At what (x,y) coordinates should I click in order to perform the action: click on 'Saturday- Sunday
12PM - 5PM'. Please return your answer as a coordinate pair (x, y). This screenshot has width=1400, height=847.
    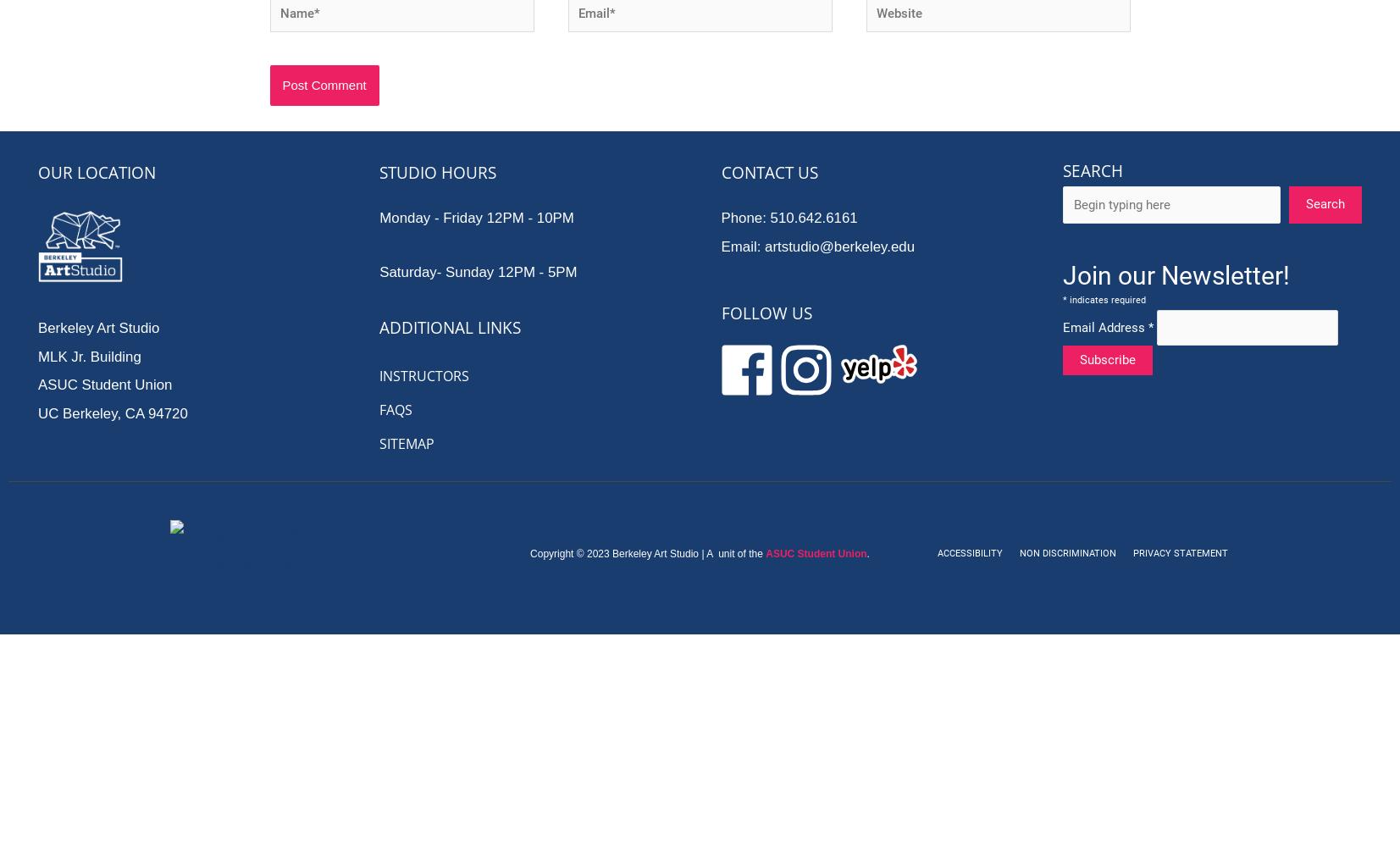
    Looking at the image, I should click on (477, 270).